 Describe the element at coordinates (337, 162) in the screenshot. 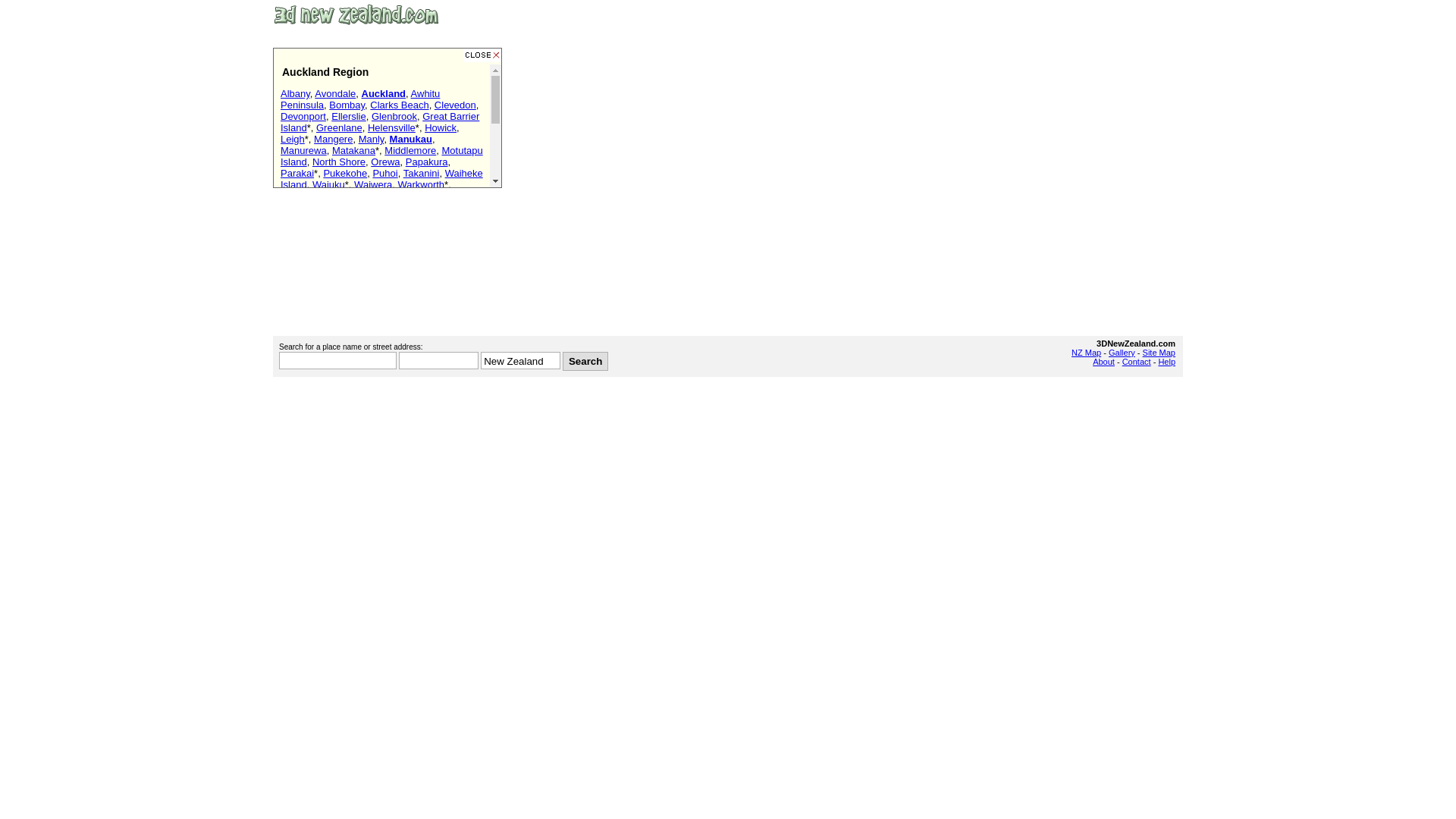

I see `'North Shore'` at that location.